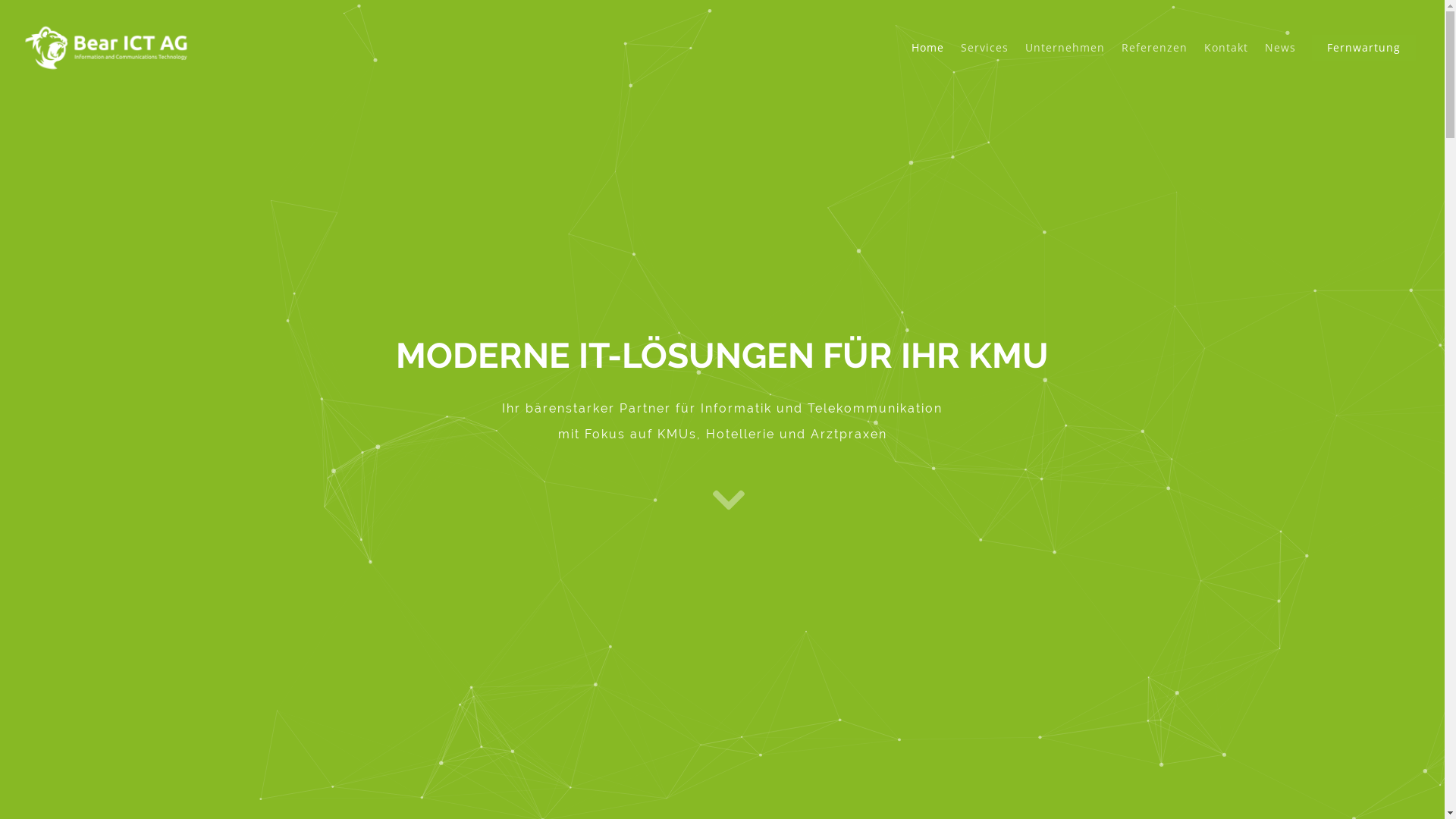 This screenshot has width=1456, height=819. What do you see at coordinates (1064, 58) in the screenshot?
I see `'Unternehmen'` at bounding box center [1064, 58].